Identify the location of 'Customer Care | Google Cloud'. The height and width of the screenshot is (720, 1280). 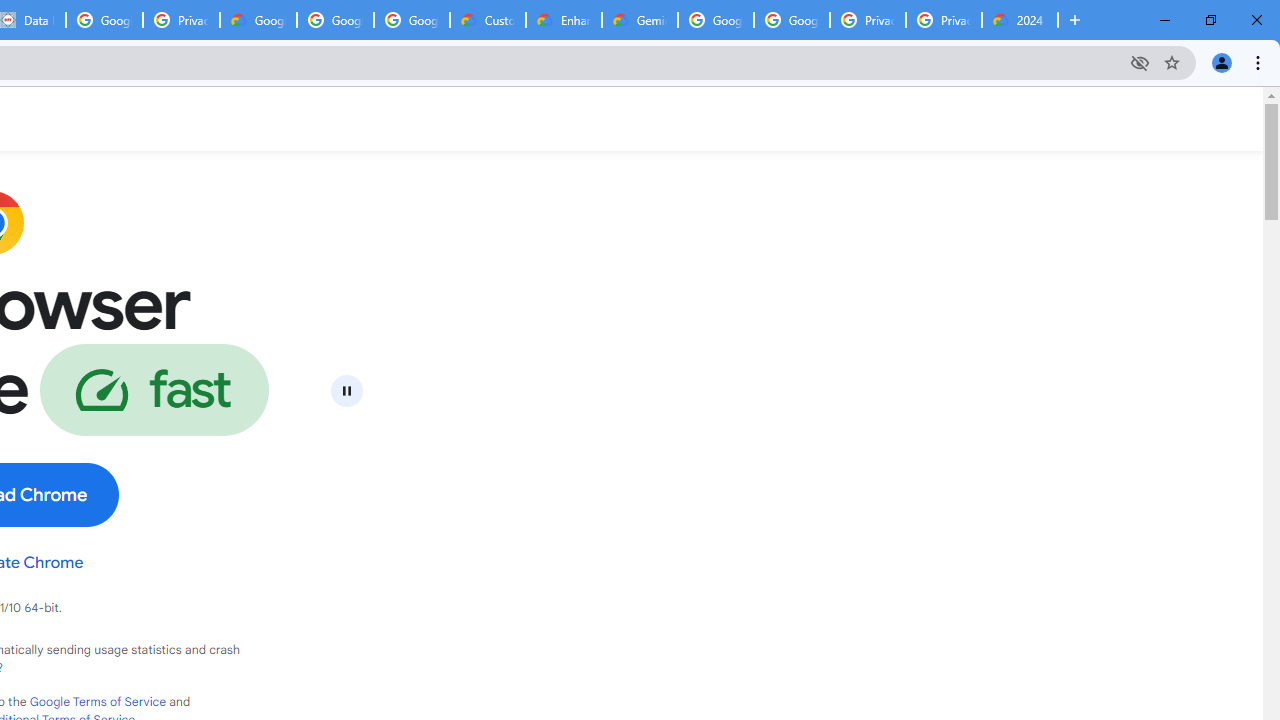
(488, 20).